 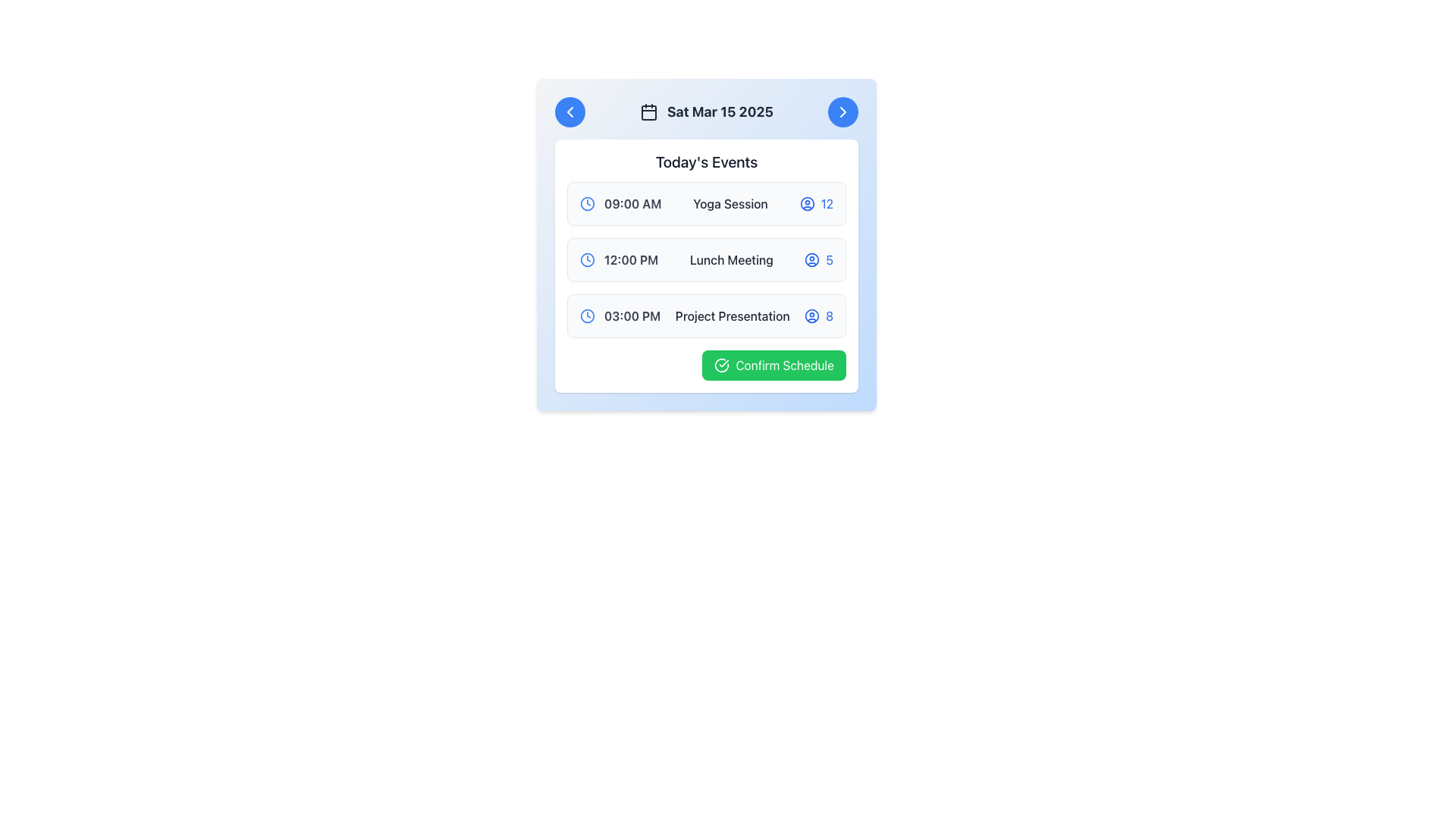 I want to click on the 'Lunch Meeting' text label, which is bold and gray, located in the second row of the list, positioned between the timestamp '12:00 PM' and the attendee count '5', so click(x=731, y=259).